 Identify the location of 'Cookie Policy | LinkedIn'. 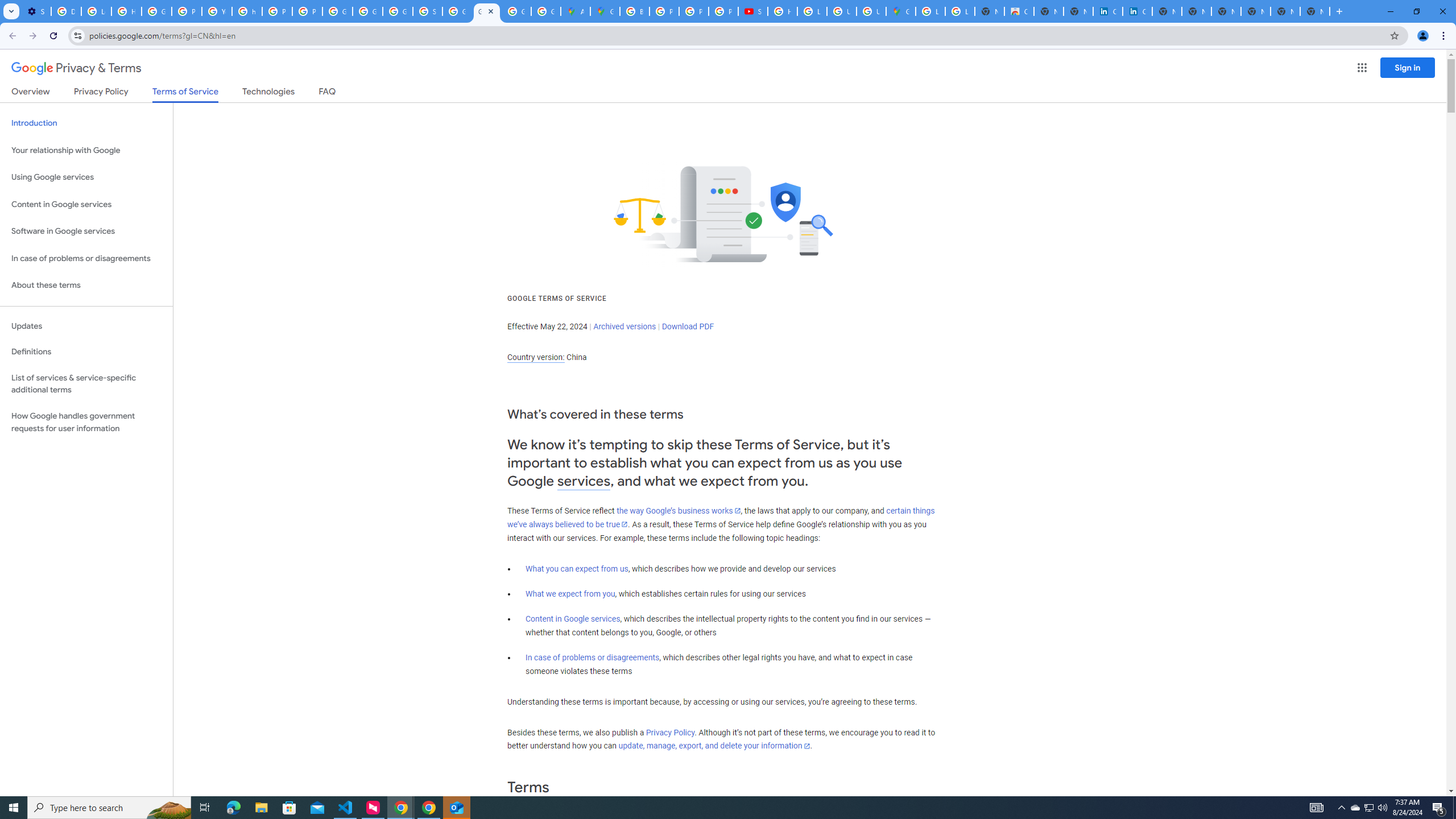
(1137, 11).